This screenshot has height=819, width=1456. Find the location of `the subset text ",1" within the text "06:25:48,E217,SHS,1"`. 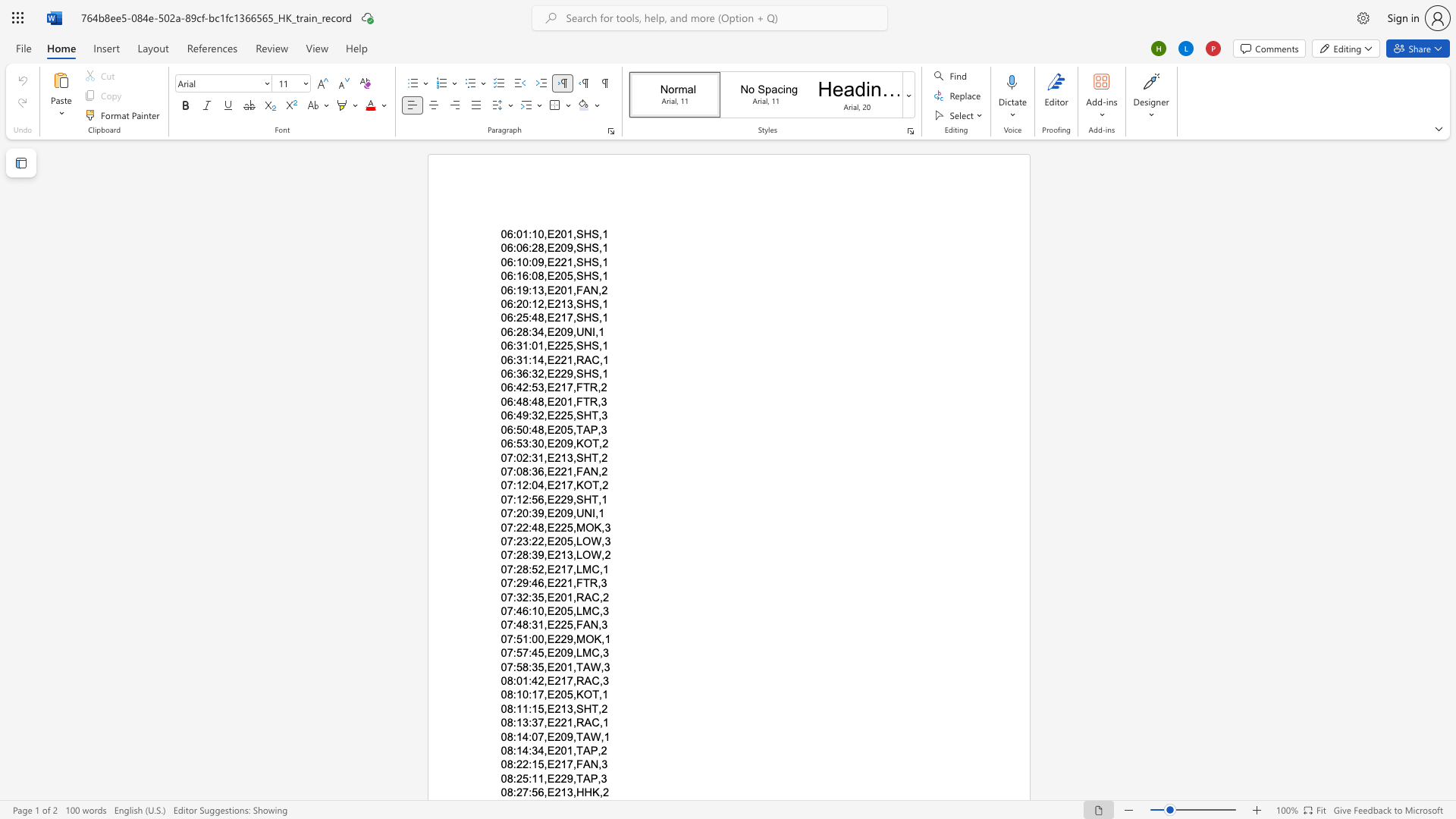

the subset text ",1" within the text "06:25:48,E217,SHS,1" is located at coordinates (598, 317).